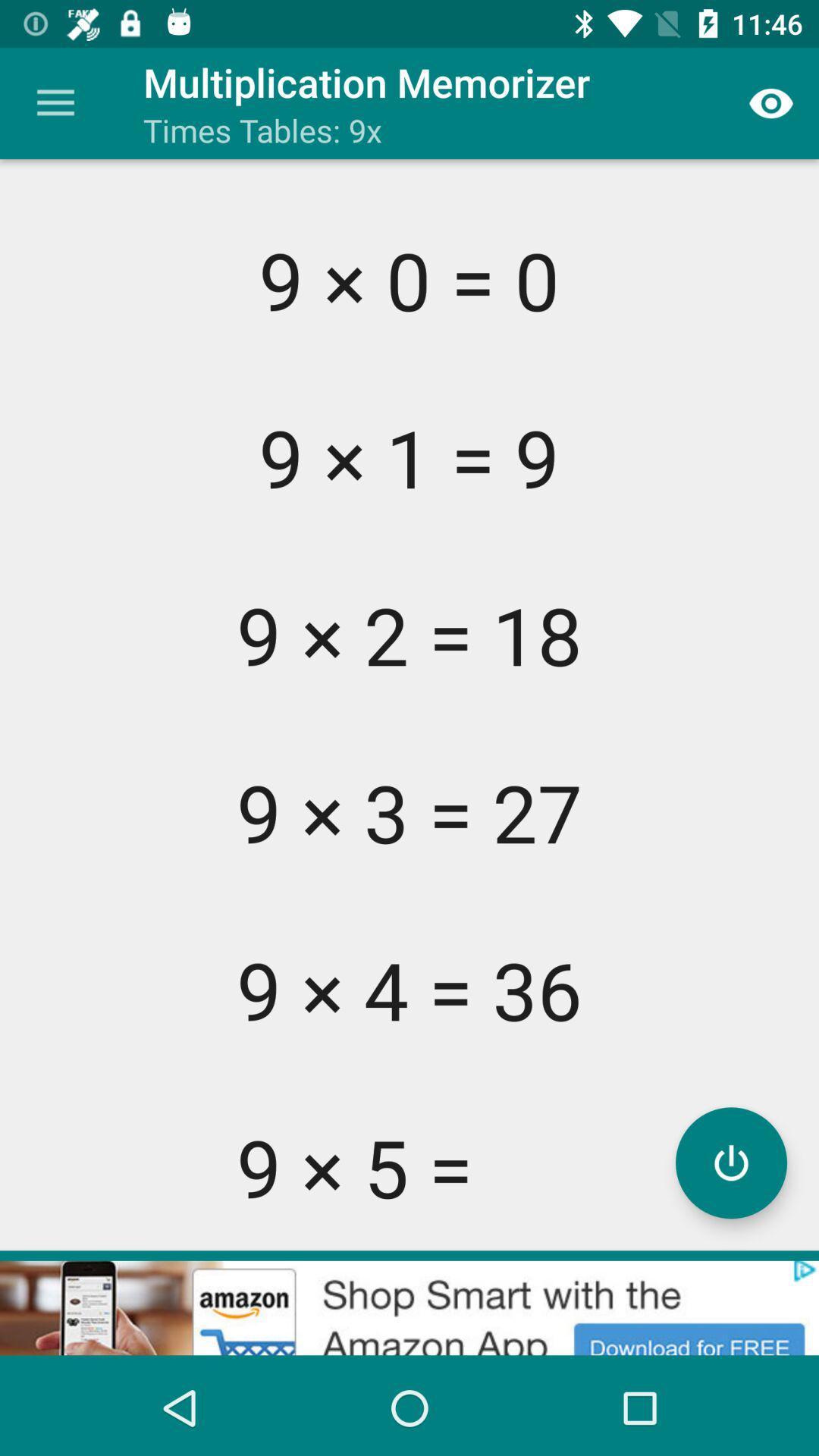 The width and height of the screenshot is (819, 1456). I want to click on stop, so click(730, 1162).